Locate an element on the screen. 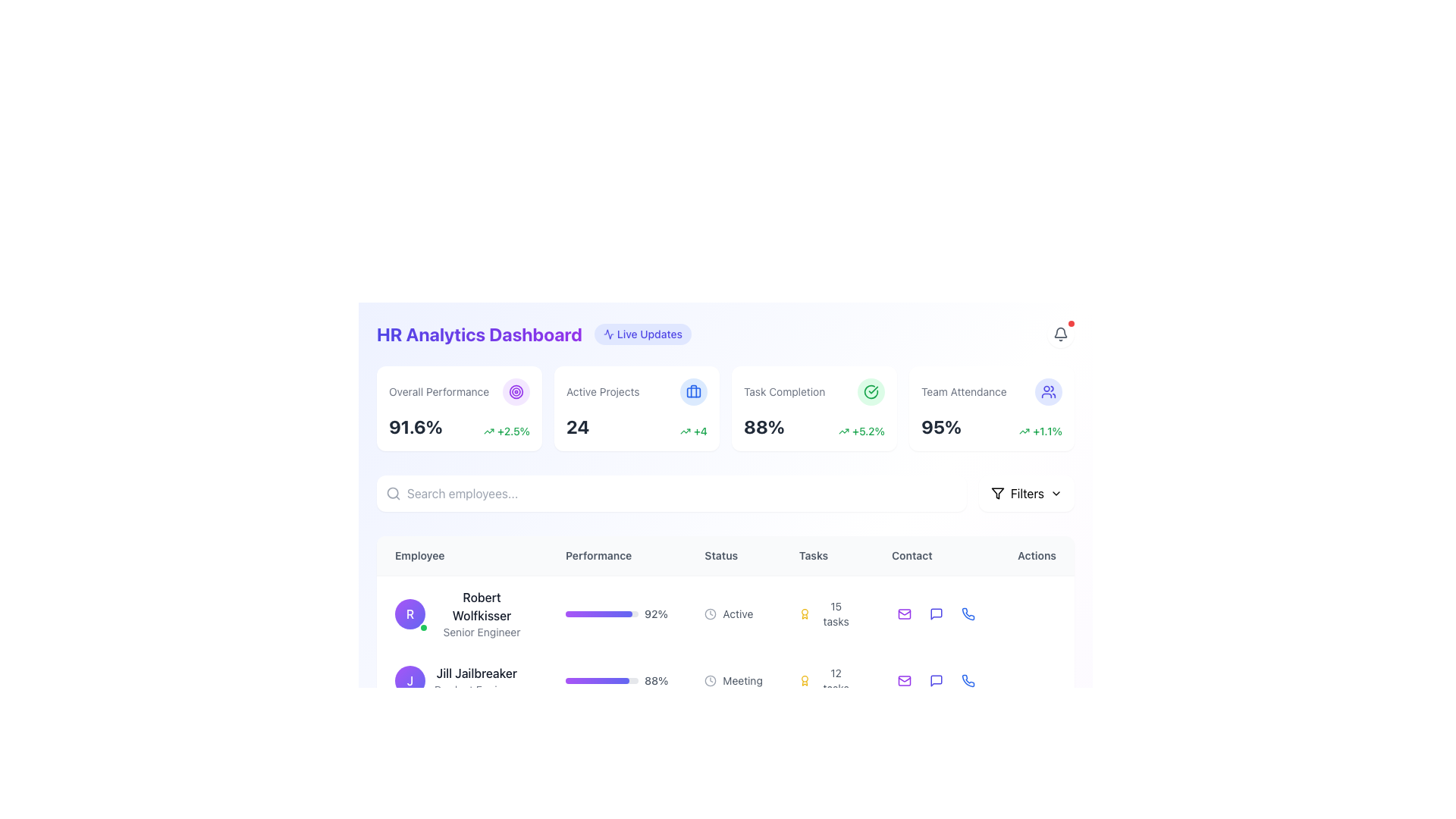 This screenshot has height=819, width=1456. trend indicator from the Statistical display component located in the 'Overall Performance' section at the bottom of the grid is located at coordinates (458, 427).